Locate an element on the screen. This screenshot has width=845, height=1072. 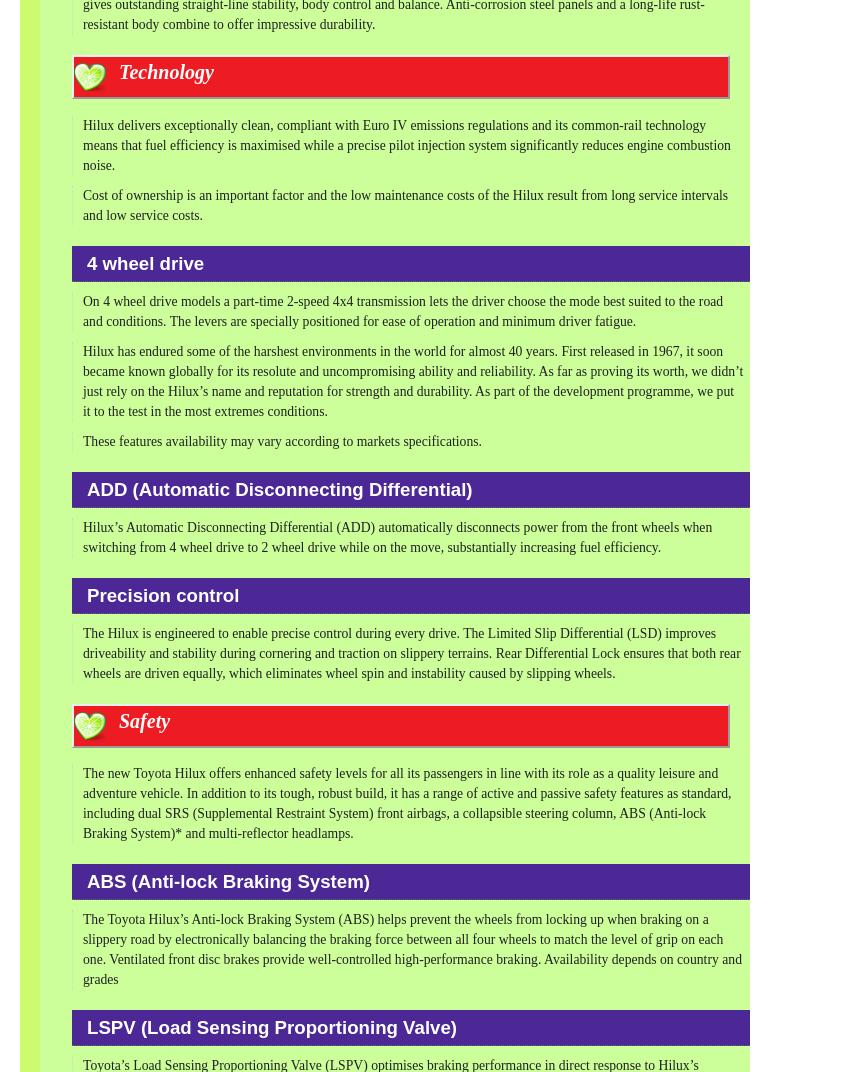
'The new Toyota Hilux offers enhanced safety levels for all its passengers in line with its role as a quality leisure and adventure vehicle. In addition to its tough, robust build, it has a range of active and passive safety features as standard, including dual SRS (Supplemental Restraint System) front airbags, a collapsible steering column, ABS (Anti-lock Braking System)* and multi-reflector headlamps.' is located at coordinates (81, 803).